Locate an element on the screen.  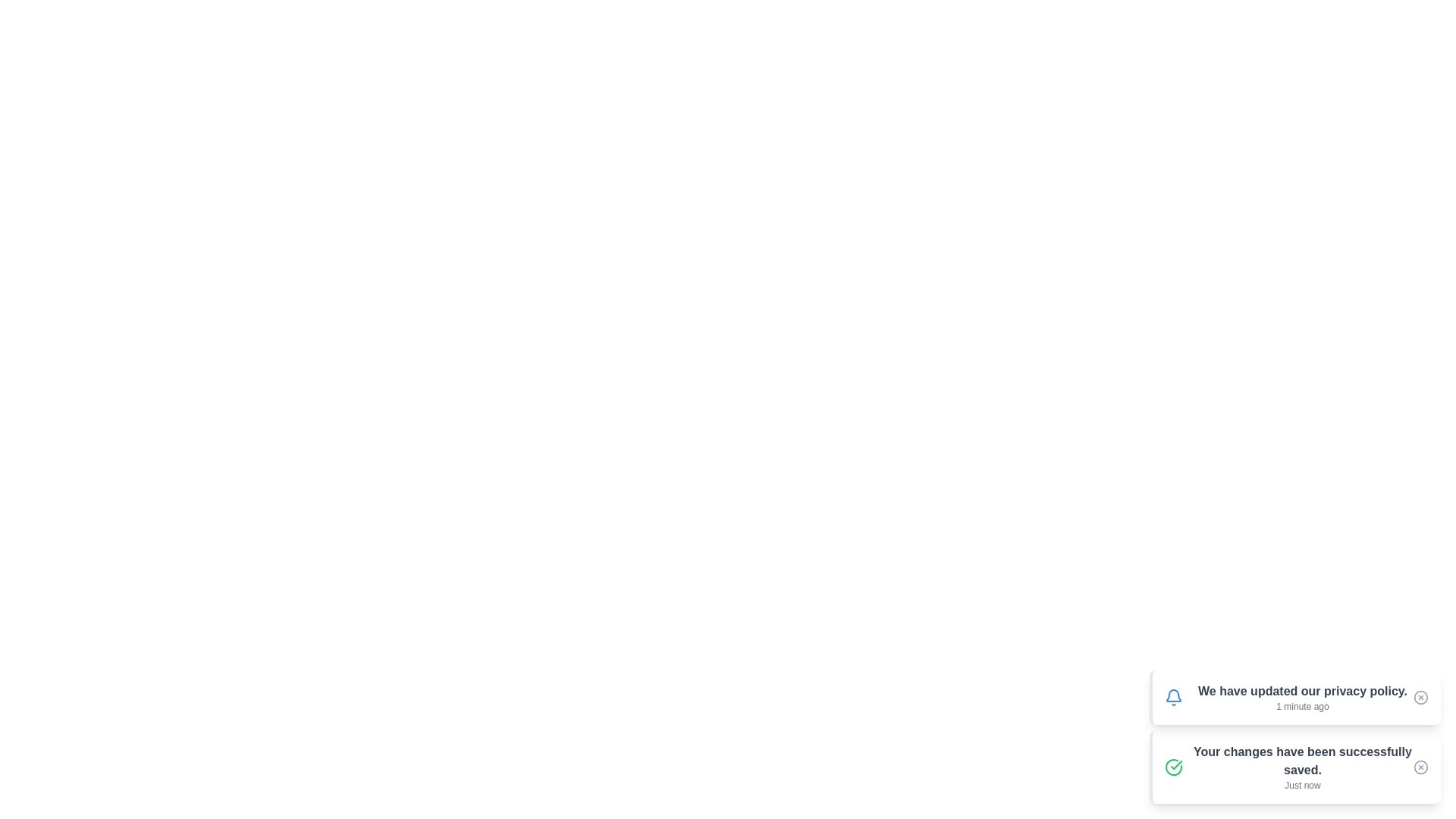
the notification with content 'We have updated our privacy policy.' is located at coordinates (1294, 698).